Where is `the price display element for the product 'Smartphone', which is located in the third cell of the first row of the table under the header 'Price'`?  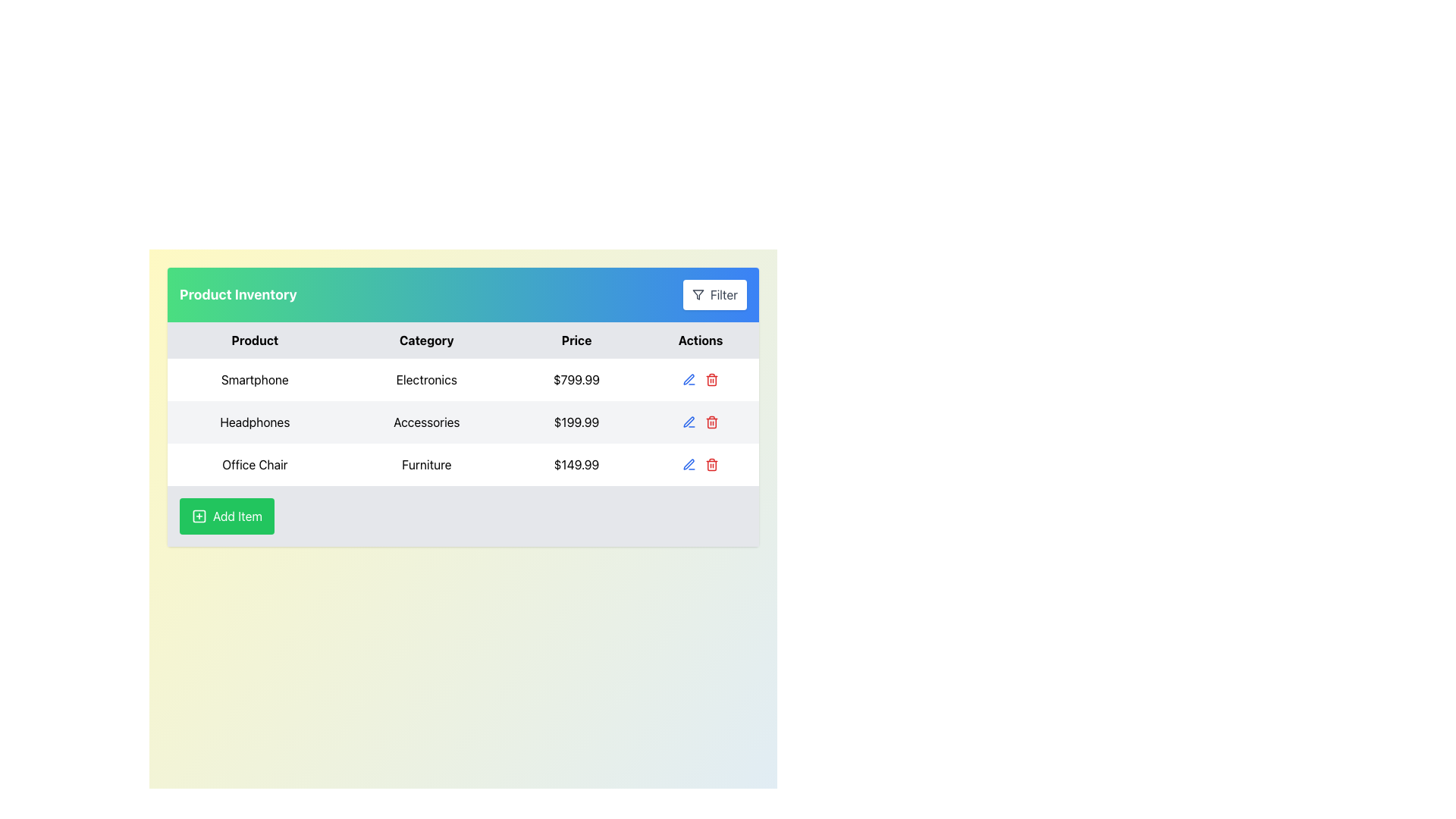
the price display element for the product 'Smartphone', which is located in the third cell of the first row of the table under the header 'Price' is located at coordinates (576, 379).